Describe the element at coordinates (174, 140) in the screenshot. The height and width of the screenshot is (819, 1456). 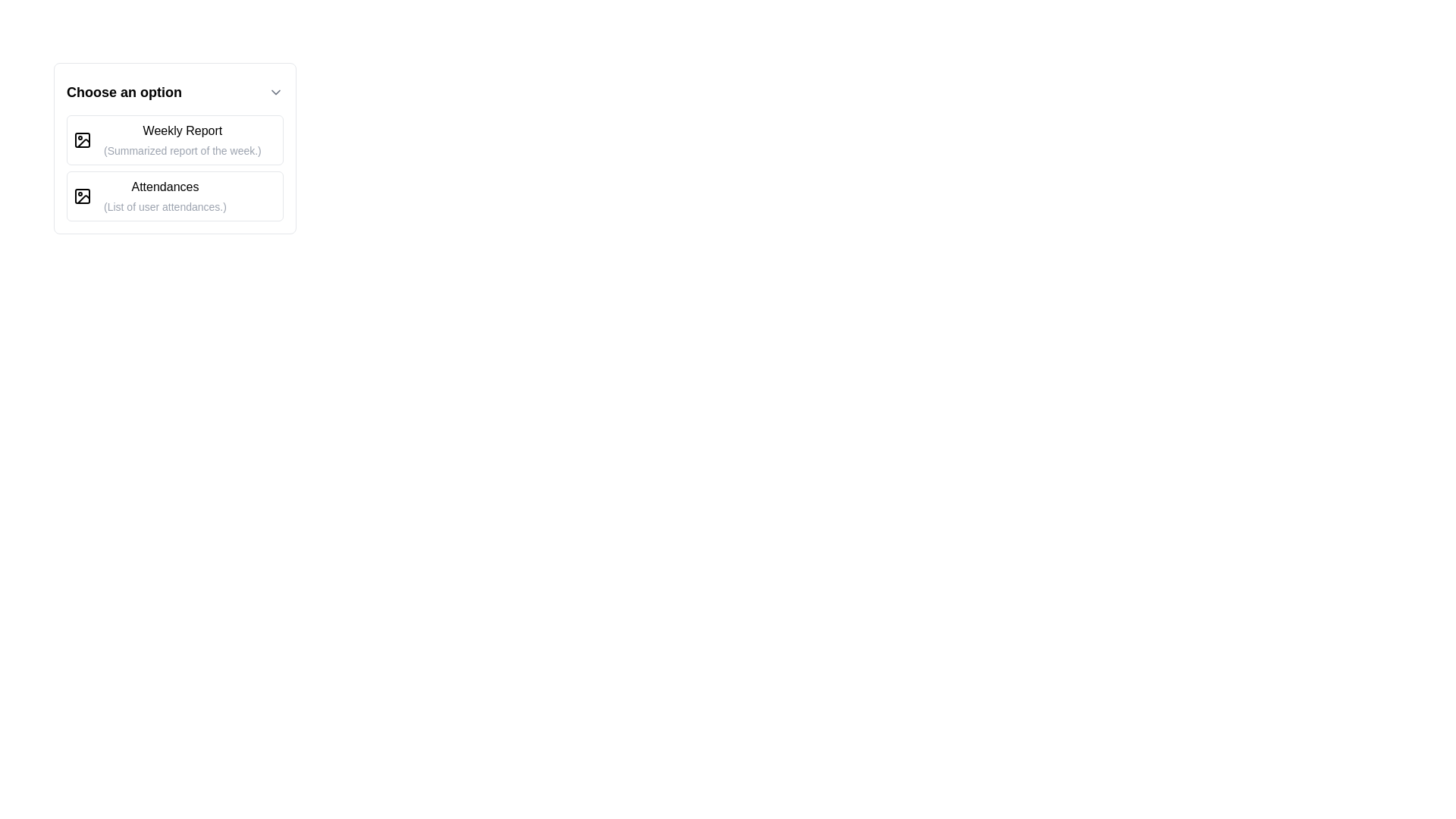
I see `the first selectable option representing a summarized weekly report` at that location.